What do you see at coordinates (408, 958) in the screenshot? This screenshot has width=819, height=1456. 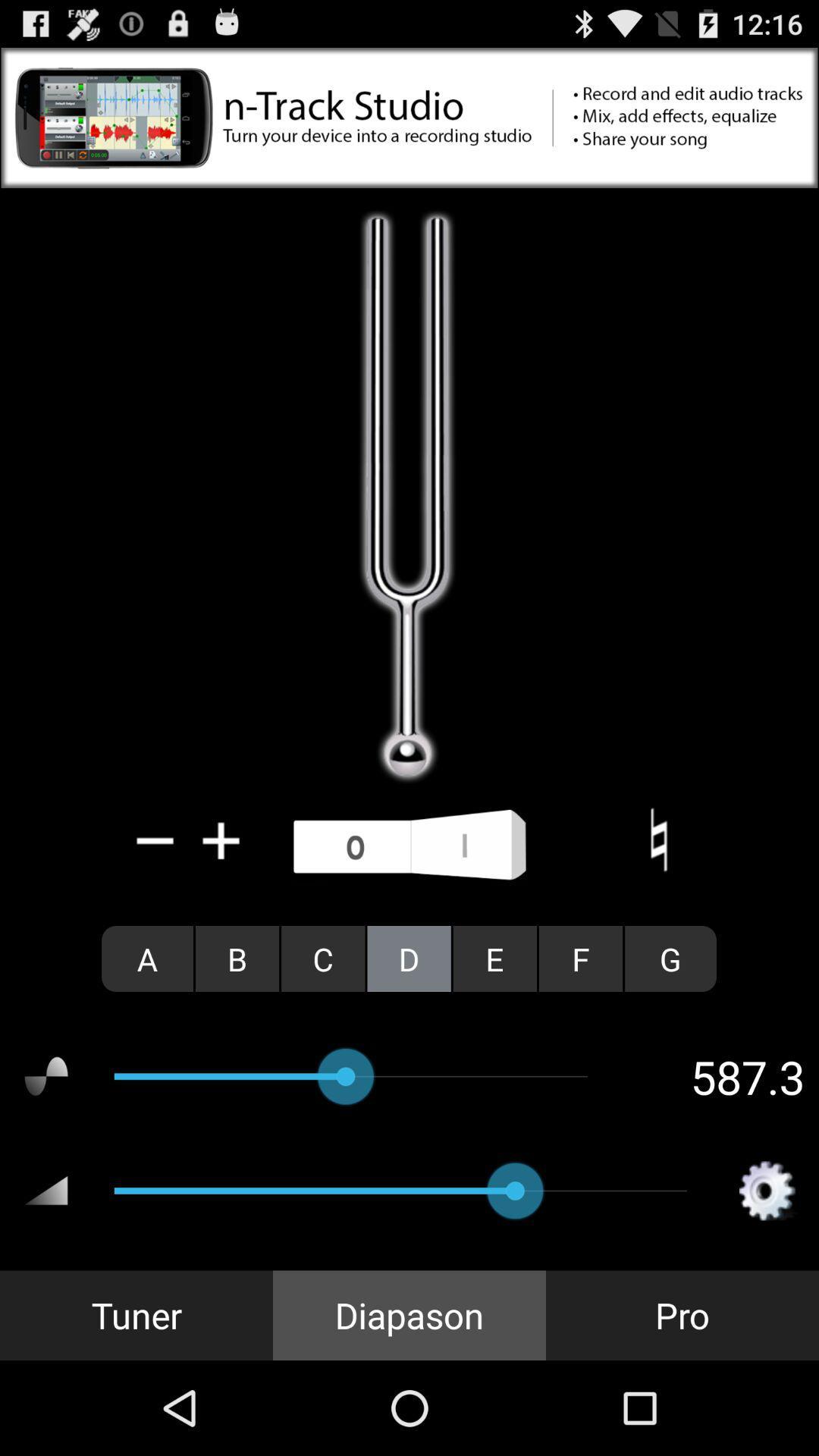 I see `the item to the right of c item` at bounding box center [408, 958].